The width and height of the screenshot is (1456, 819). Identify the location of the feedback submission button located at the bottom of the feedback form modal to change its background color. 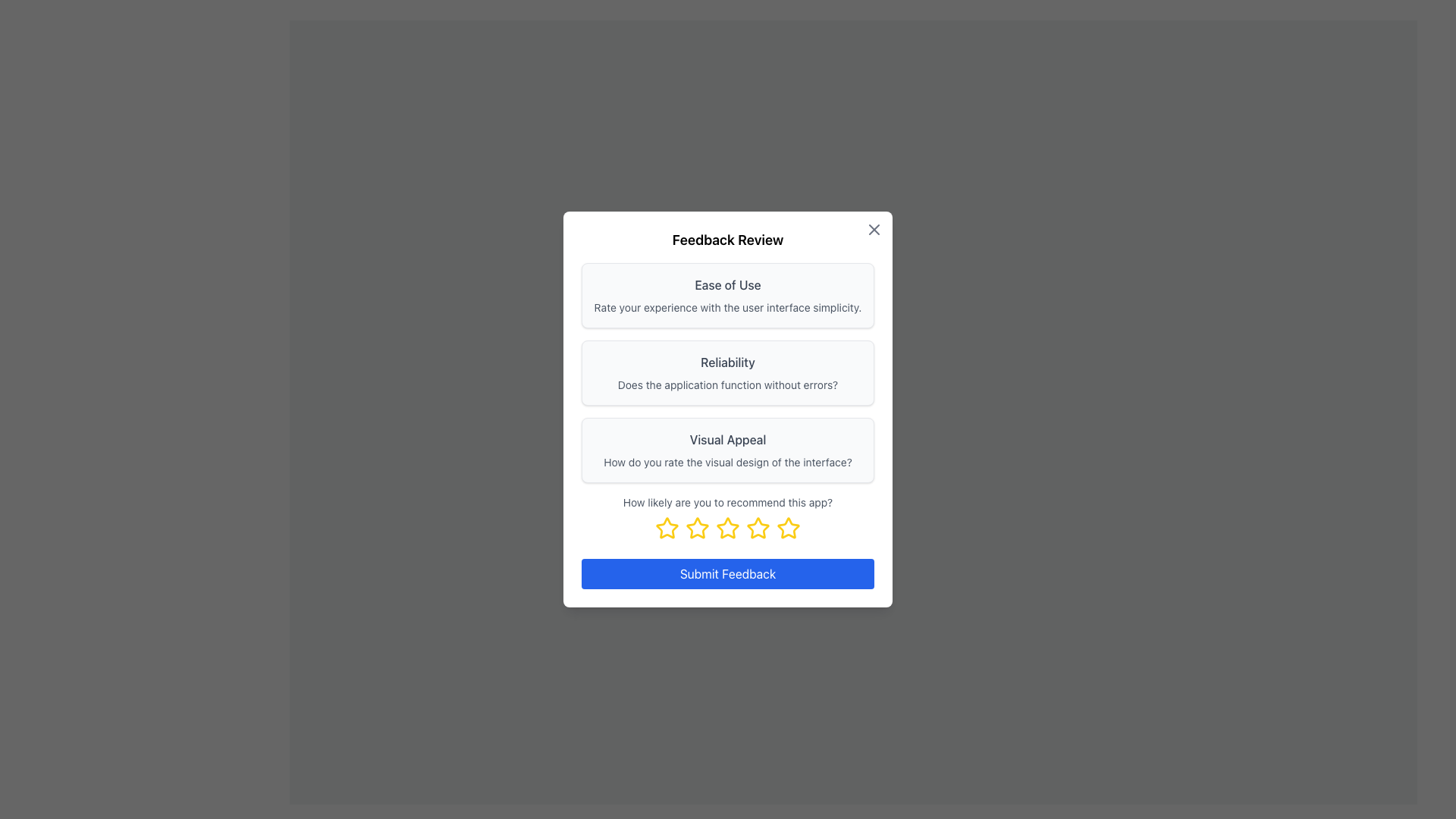
(728, 573).